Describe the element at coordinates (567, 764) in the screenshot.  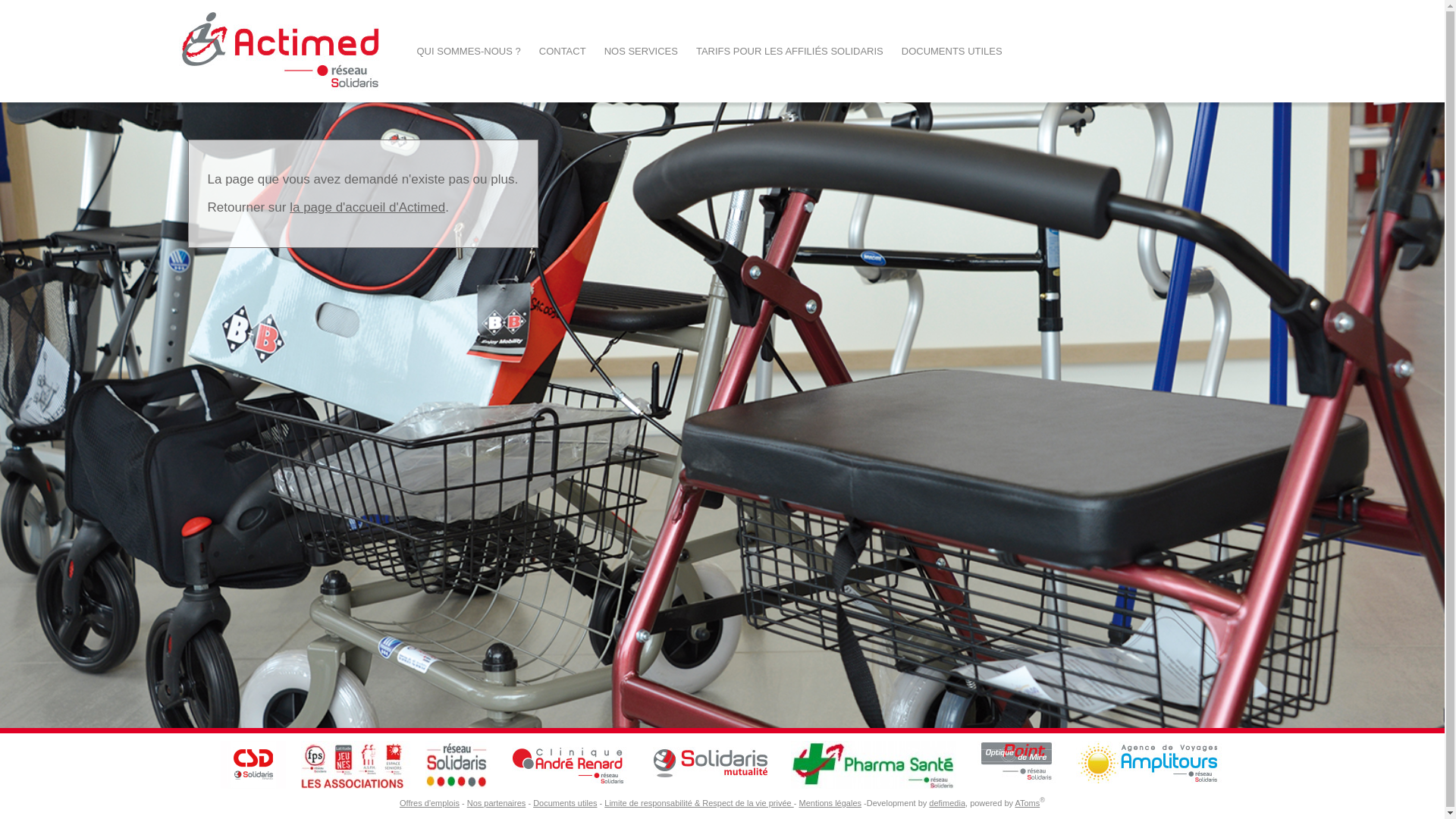
I see `'logo-clinique'` at that location.